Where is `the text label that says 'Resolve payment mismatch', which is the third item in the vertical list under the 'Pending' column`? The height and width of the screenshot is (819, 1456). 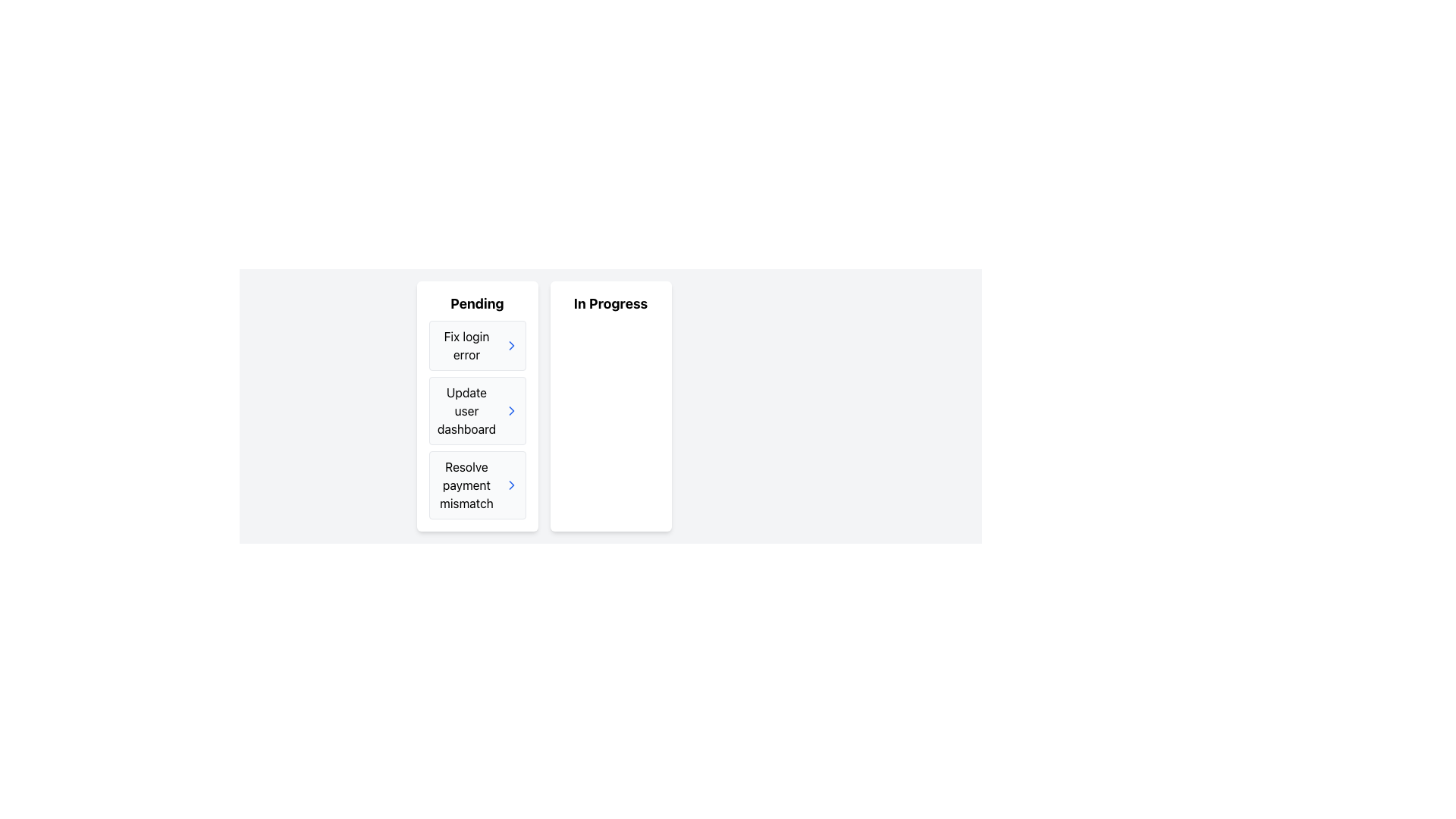 the text label that says 'Resolve payment mismatch', which is the third item in the vertical list under the 'Pending' column is located at coordinates (466, 485).